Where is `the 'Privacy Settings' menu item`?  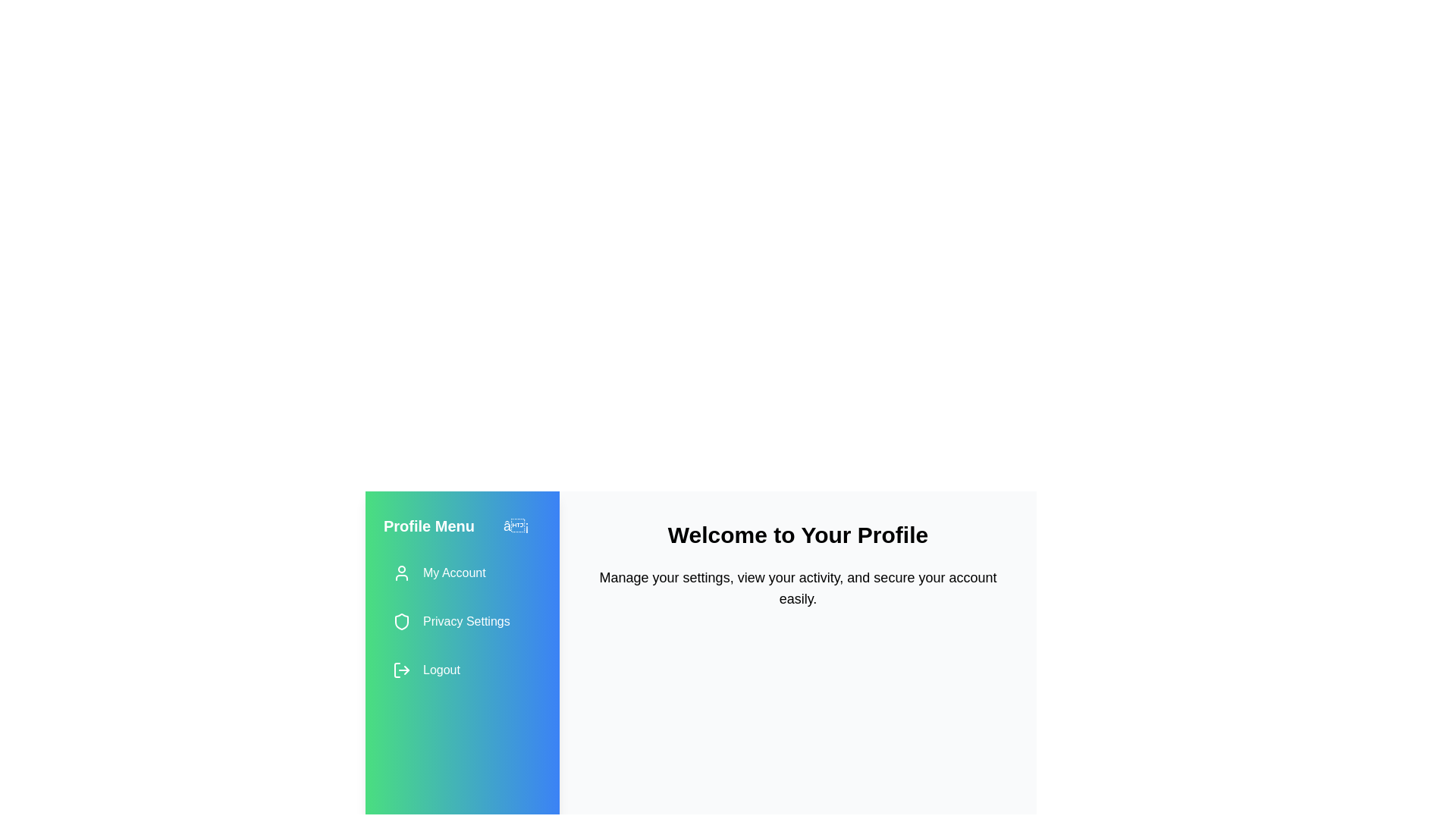
the 'Privacy Settings' menu item is located at coordinates (461, 622).